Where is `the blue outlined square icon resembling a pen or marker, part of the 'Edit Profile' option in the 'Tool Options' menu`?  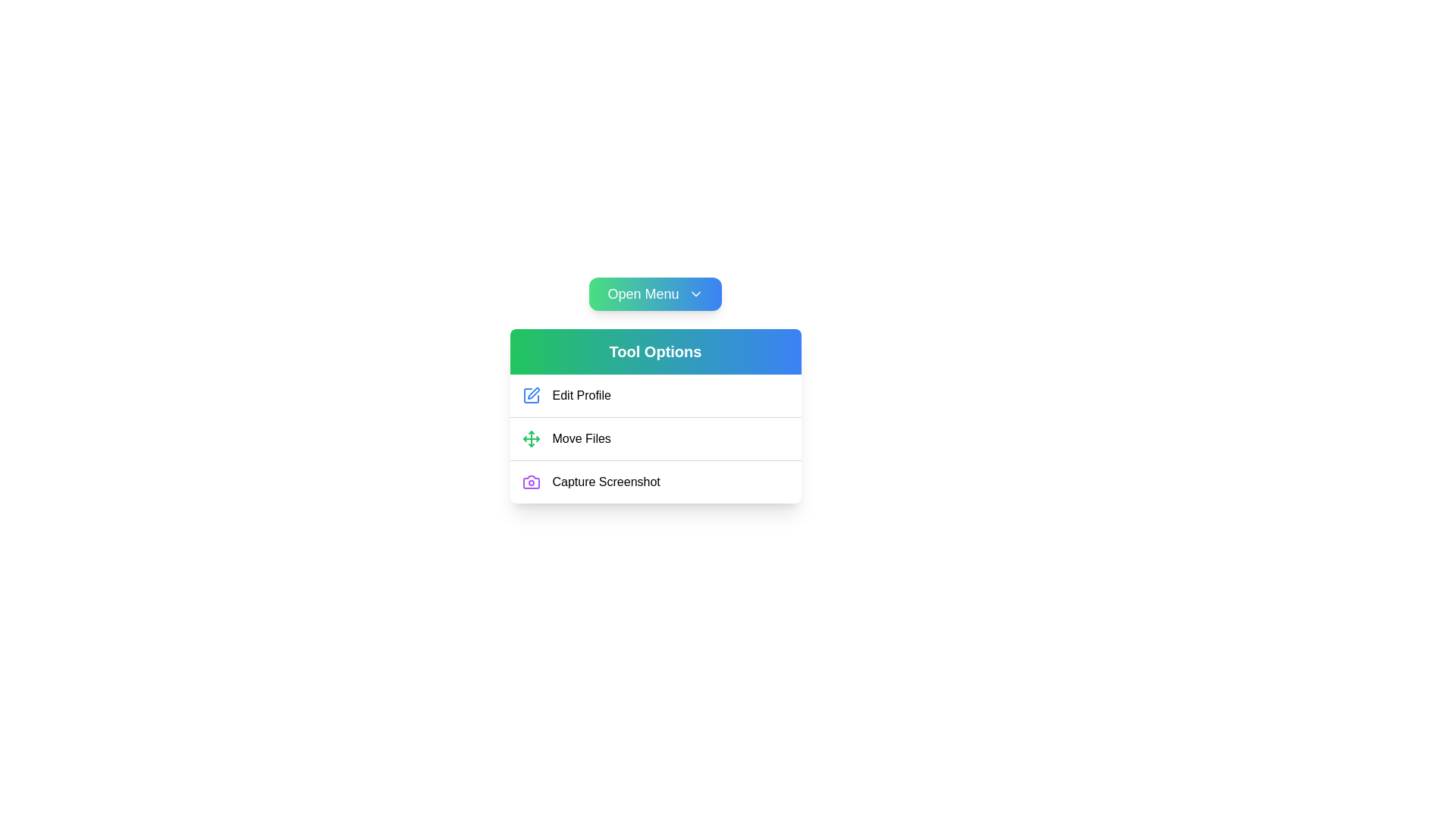
the blue outlined square icon resembling a pen or marker, part of the 'Edit Profile' option in the 'Tool Options' menu is located at coordinates (531, 394).